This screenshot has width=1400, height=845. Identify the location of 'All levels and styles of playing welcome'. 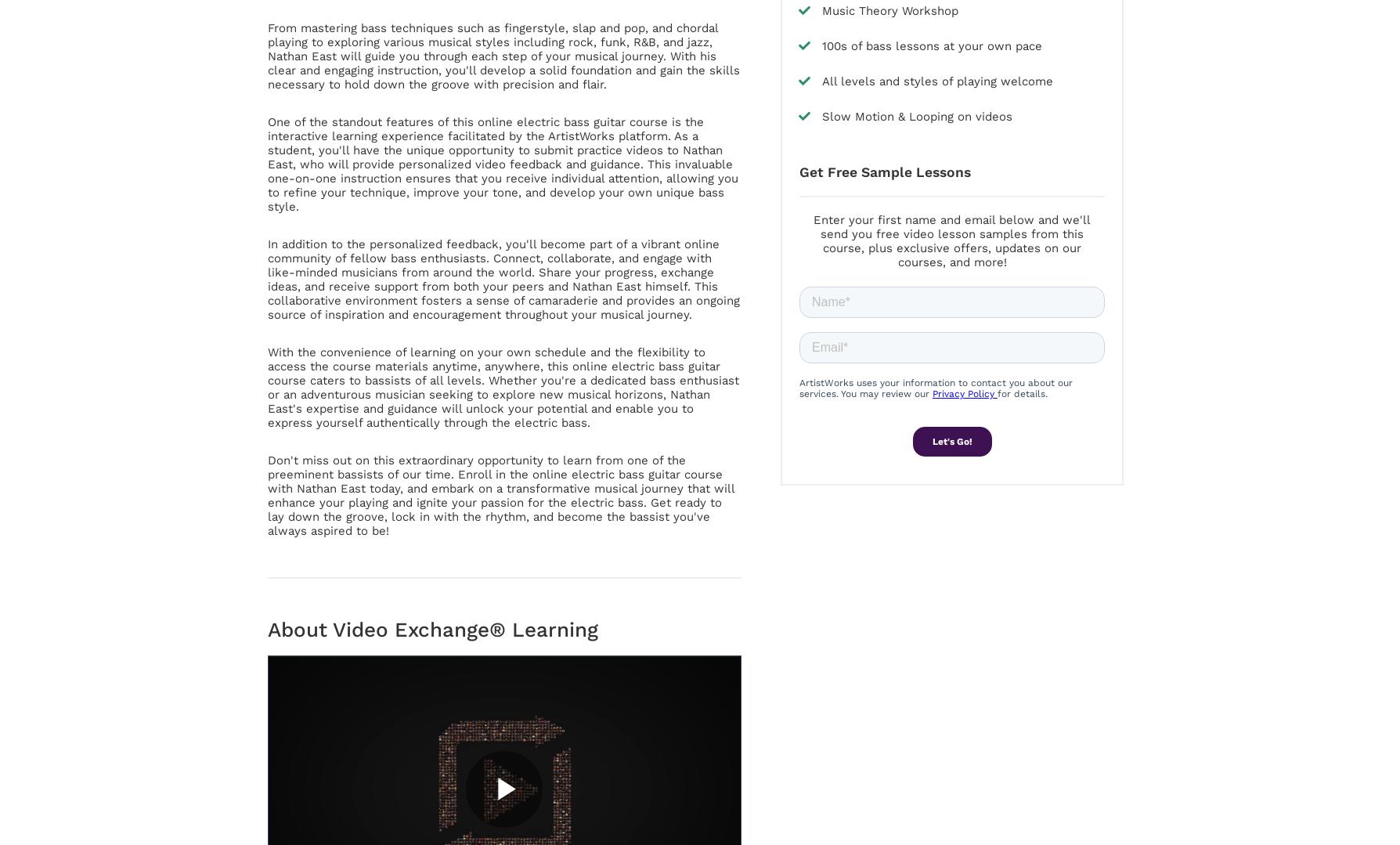
(936, 81).